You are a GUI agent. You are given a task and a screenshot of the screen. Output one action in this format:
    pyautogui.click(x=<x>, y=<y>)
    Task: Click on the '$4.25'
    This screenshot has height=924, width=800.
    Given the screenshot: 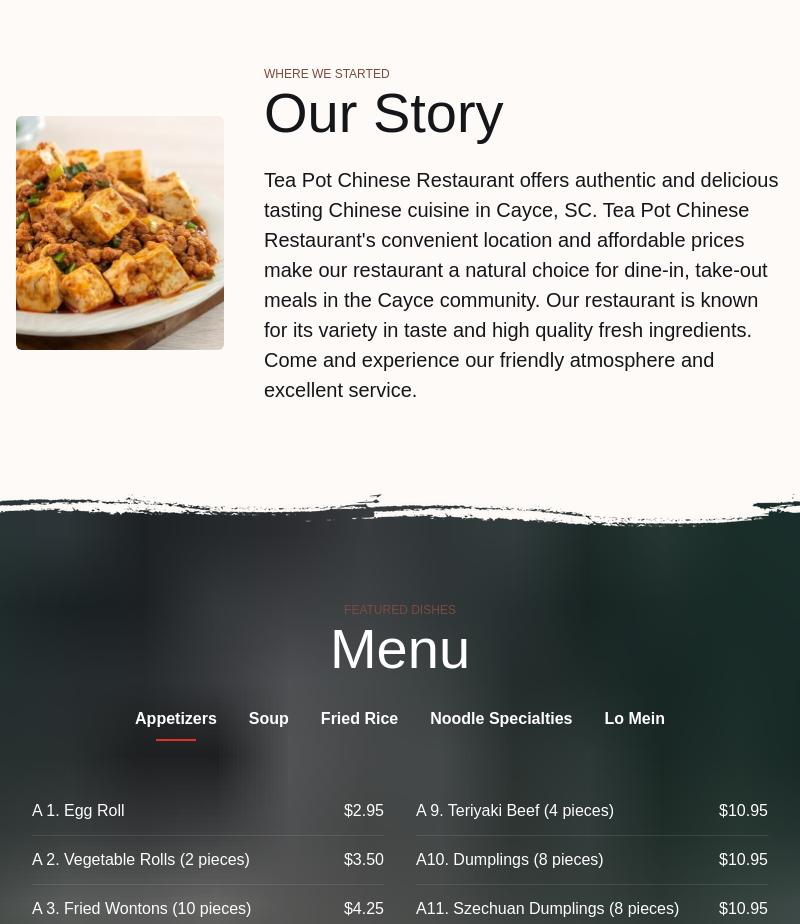 What is the action you would take?
    pyautogui.click(x=343, y=908)
    